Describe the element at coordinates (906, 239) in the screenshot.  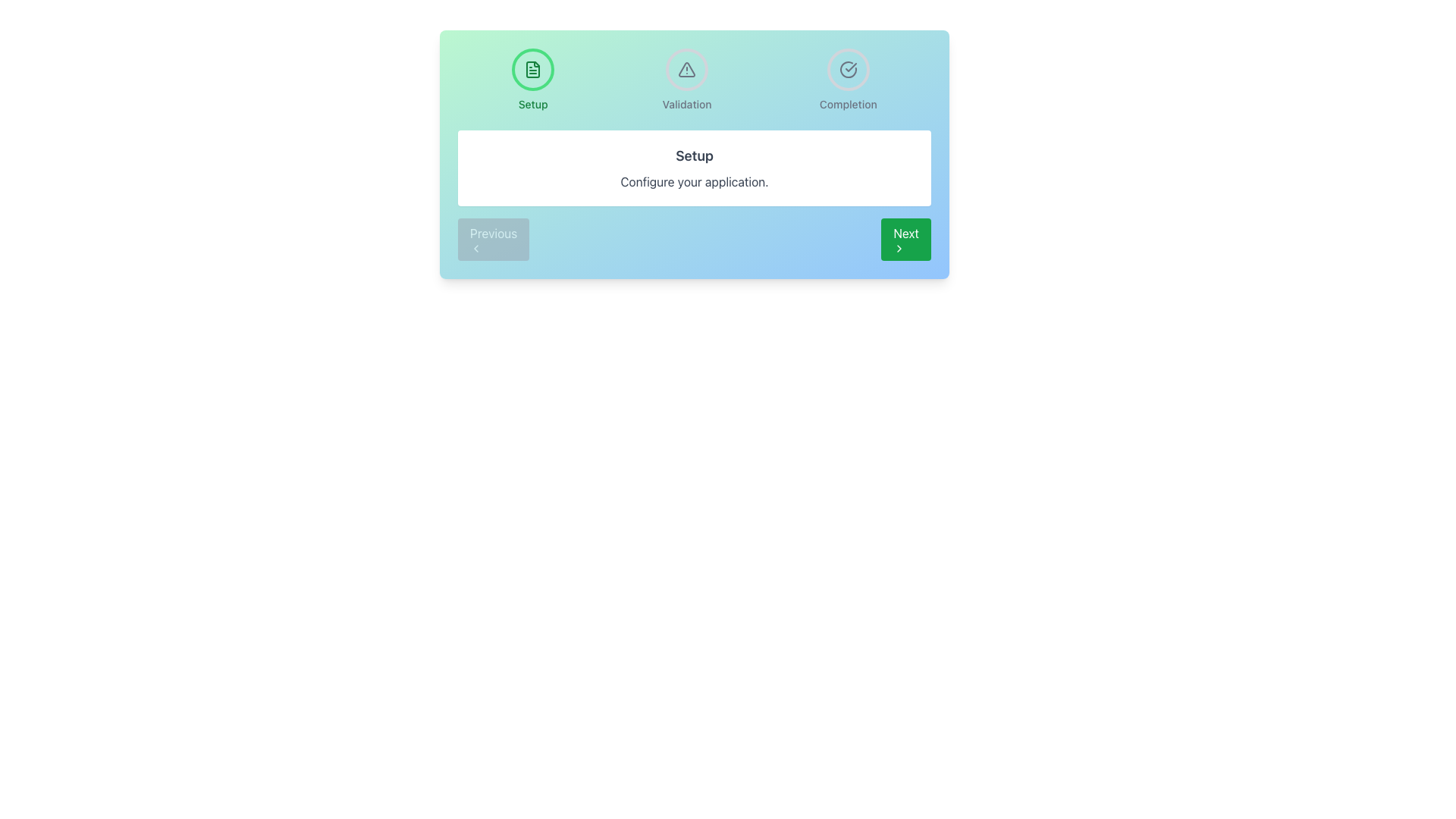
I see `the navigation button located at the bottom-right of a blue-gradient card-like area by using keyboard commands for accessibility` at that location.